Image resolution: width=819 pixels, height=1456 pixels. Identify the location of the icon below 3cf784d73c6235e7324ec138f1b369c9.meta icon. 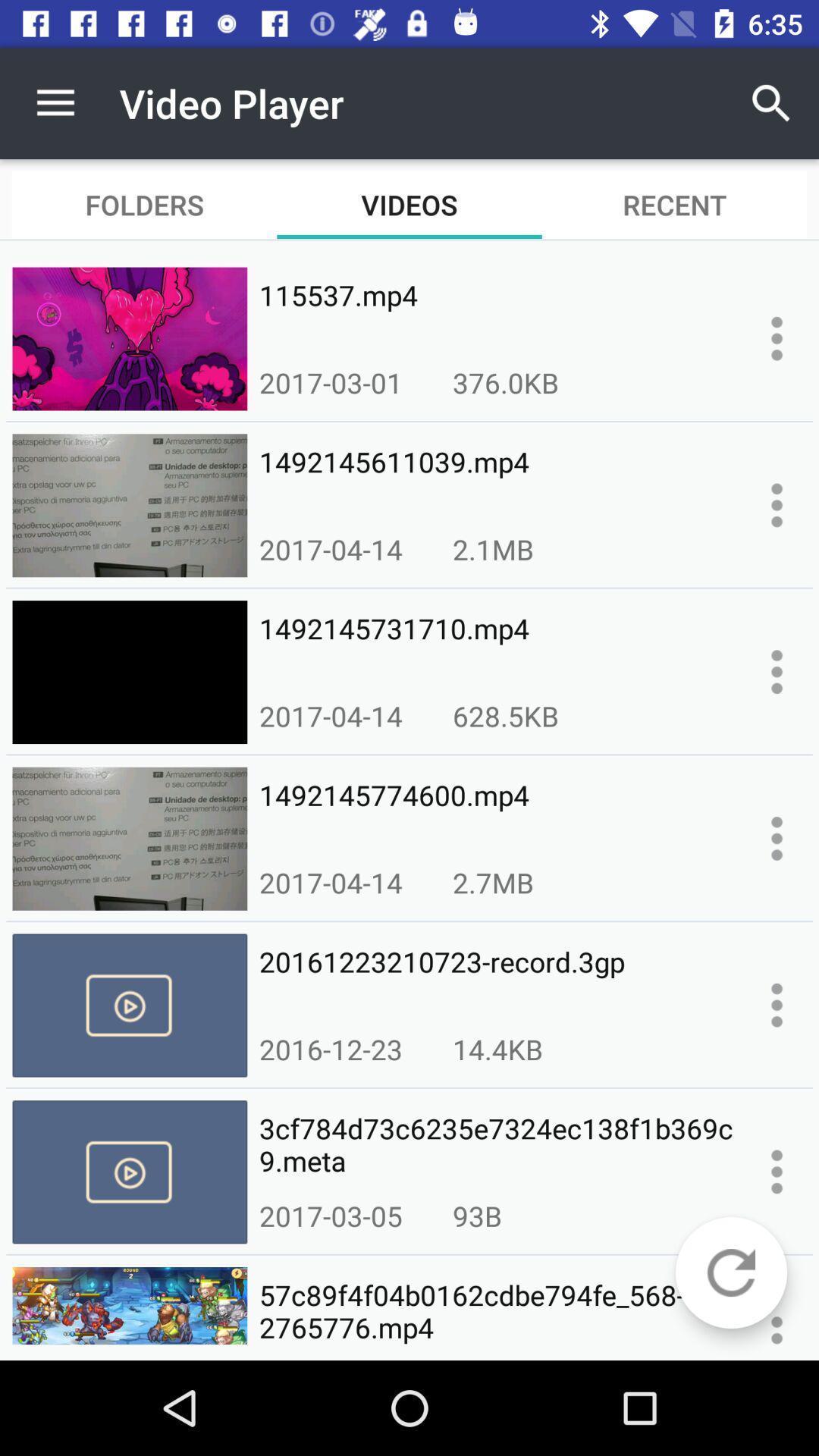
(476, 1216).